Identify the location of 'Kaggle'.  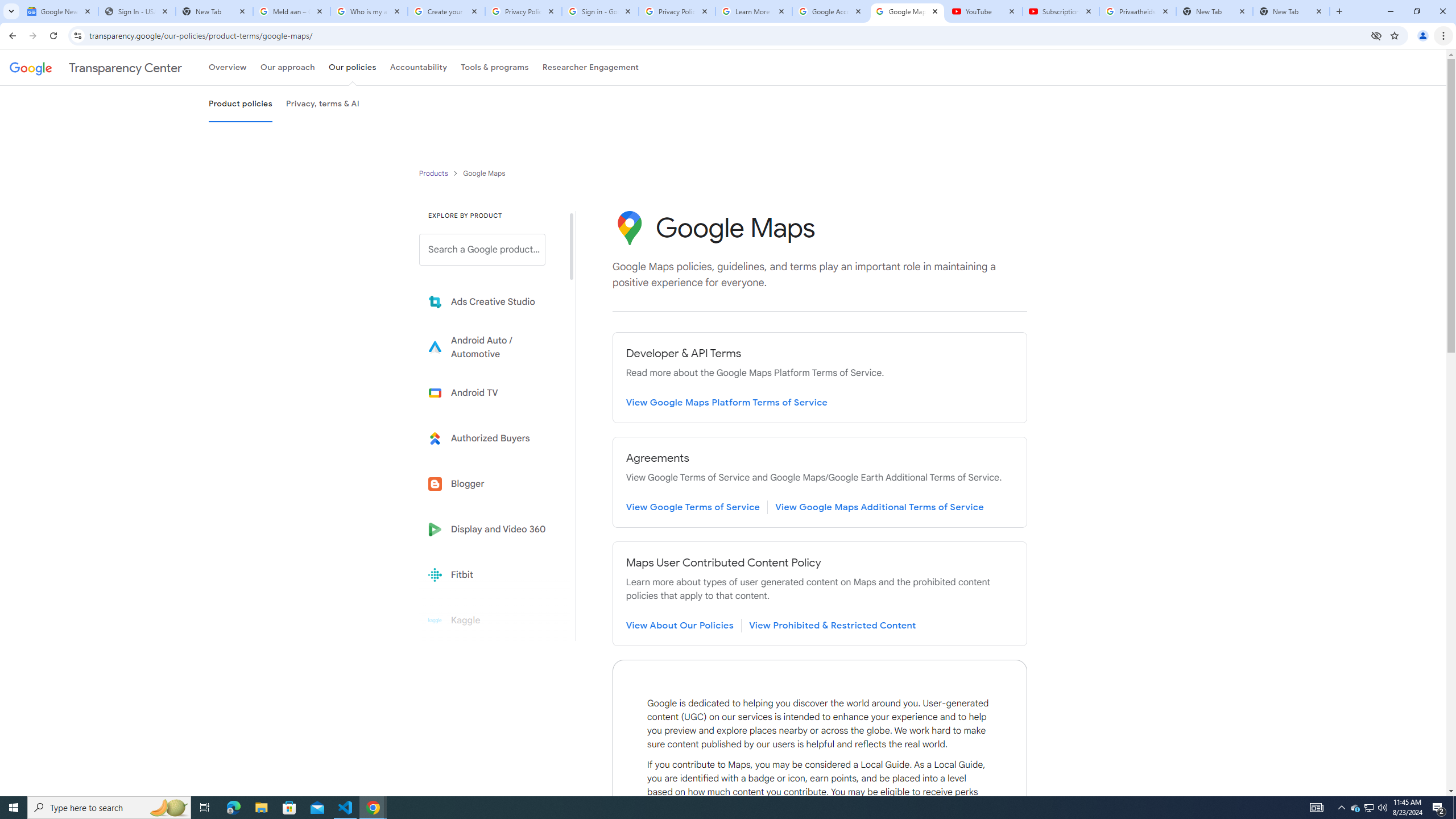
(490, 619).